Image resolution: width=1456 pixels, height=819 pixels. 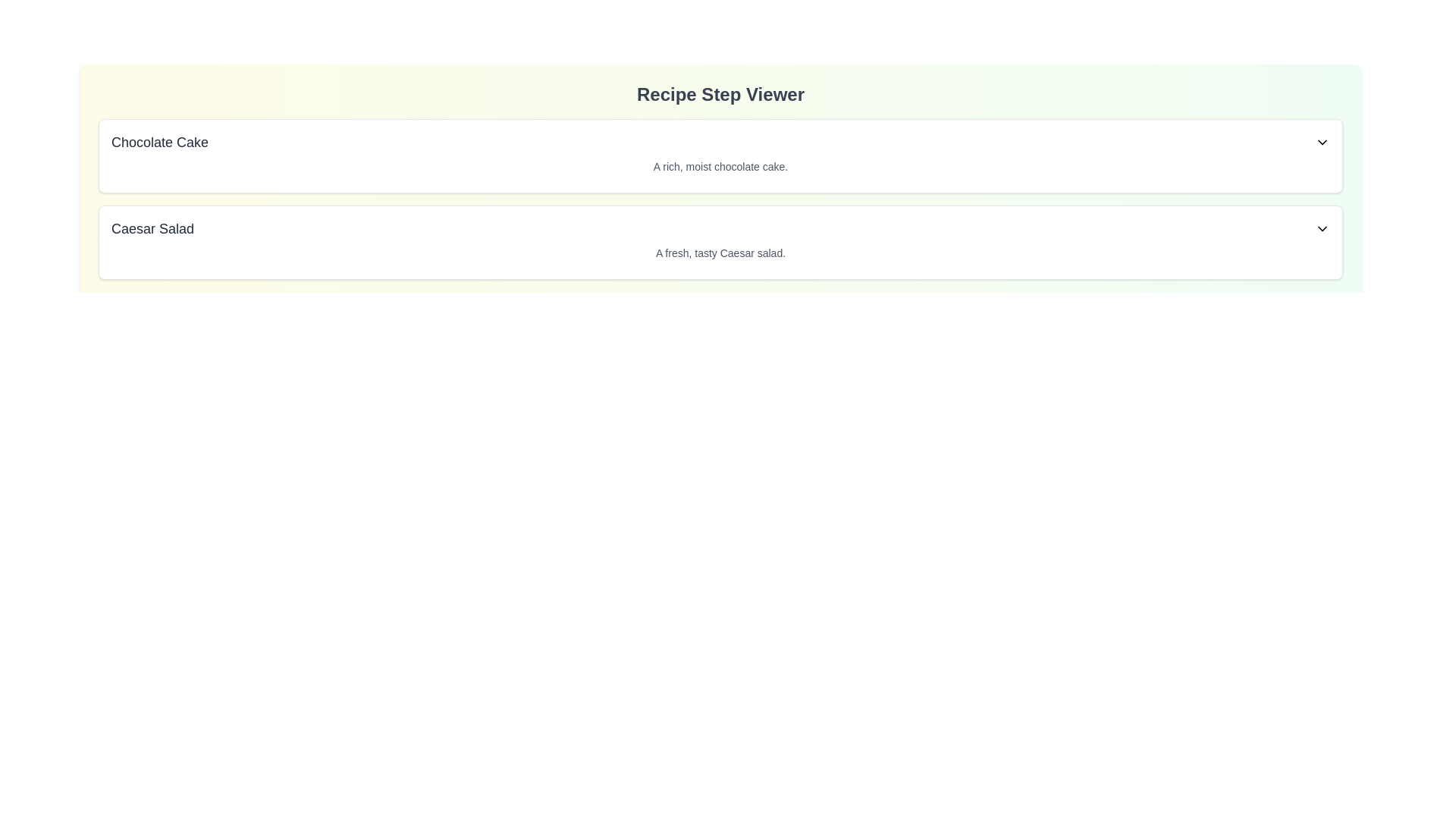 What do you see at coordinates (152, 228) in the screenshot?
I see `the 'Caesar Salad' text label, which is styled with medium-sized gray text and located within the second card-like component` at bounding box center [152, 228].